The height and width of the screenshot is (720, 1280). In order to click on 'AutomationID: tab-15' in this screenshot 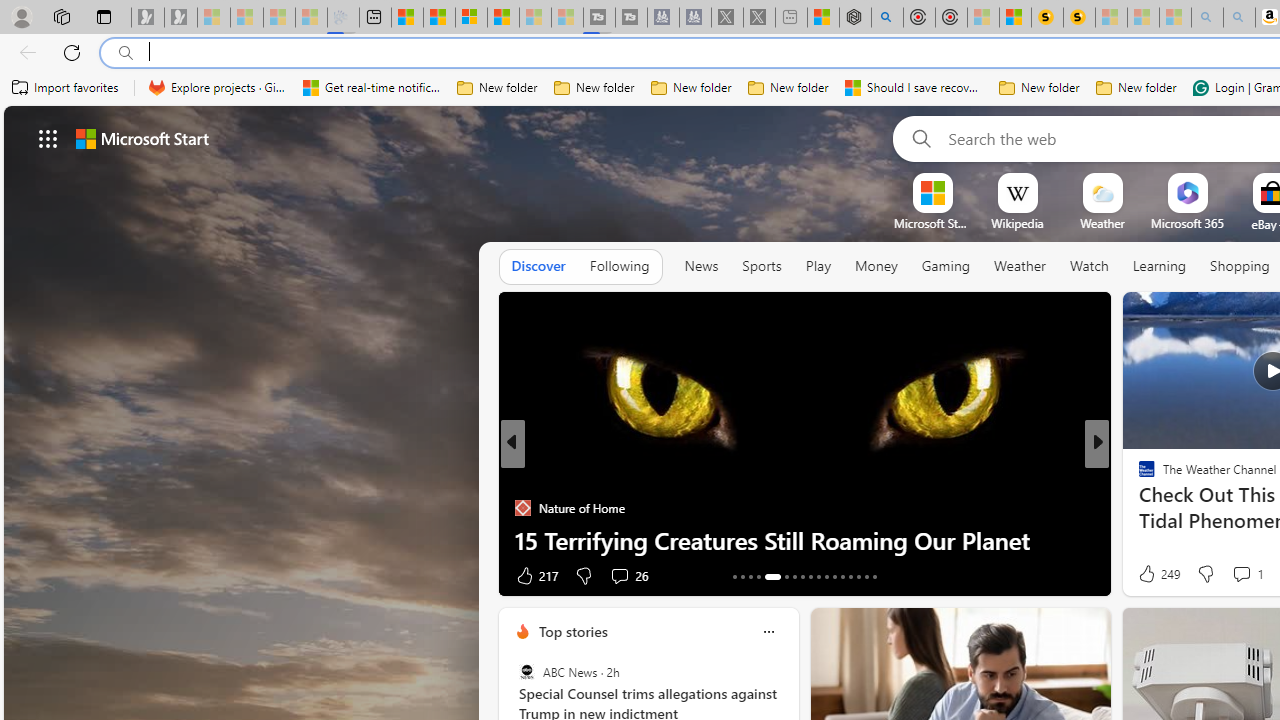, I will do `click(749, 577)`.